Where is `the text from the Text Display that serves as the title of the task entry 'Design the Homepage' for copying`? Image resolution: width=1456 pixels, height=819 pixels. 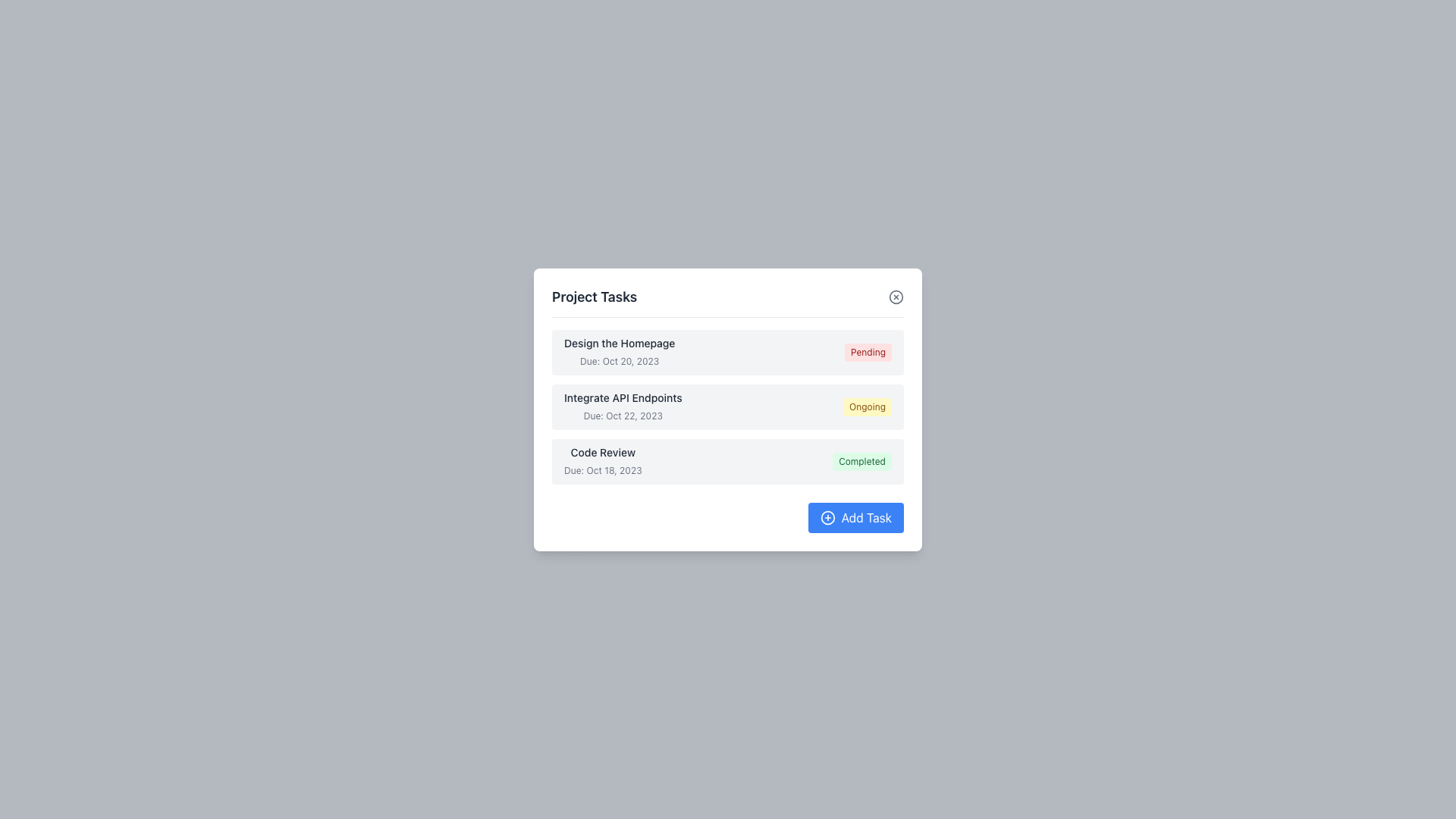 the text from the Text Display that serves as the title of the task entry 'Design the Homepage' for copying is located at coordinates (620, 343).